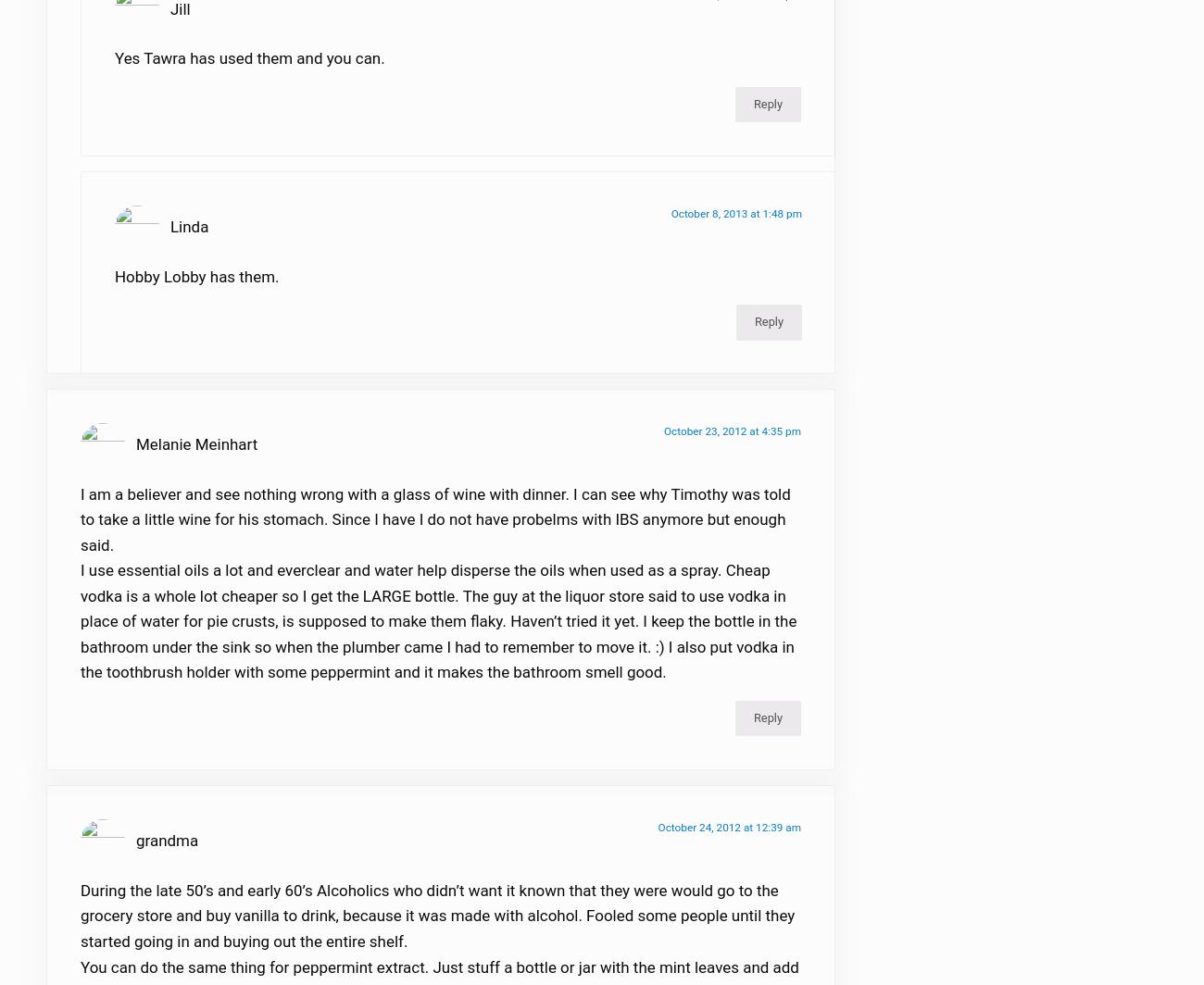 The width and height of the screenshot is (1204, 985). Describe the element at coordinates (196, 288) in the screenshot. I see `'Hobby Lobby has them.'` at that location.